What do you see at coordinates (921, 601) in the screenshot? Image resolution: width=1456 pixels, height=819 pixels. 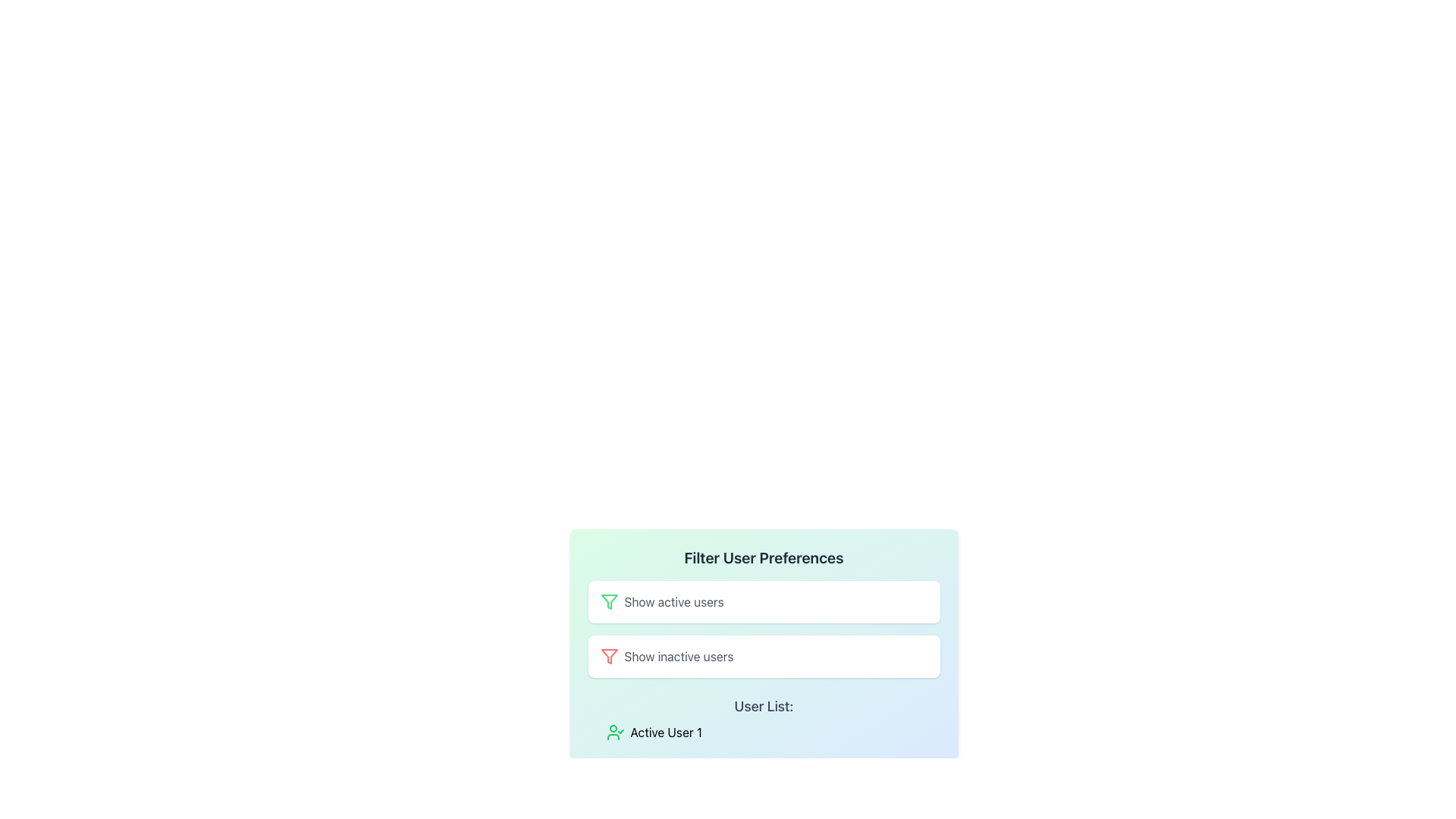 I see `the circular toggle switch lever located on the far right of the blue rectangular bar` at bounding box center [921, 601].